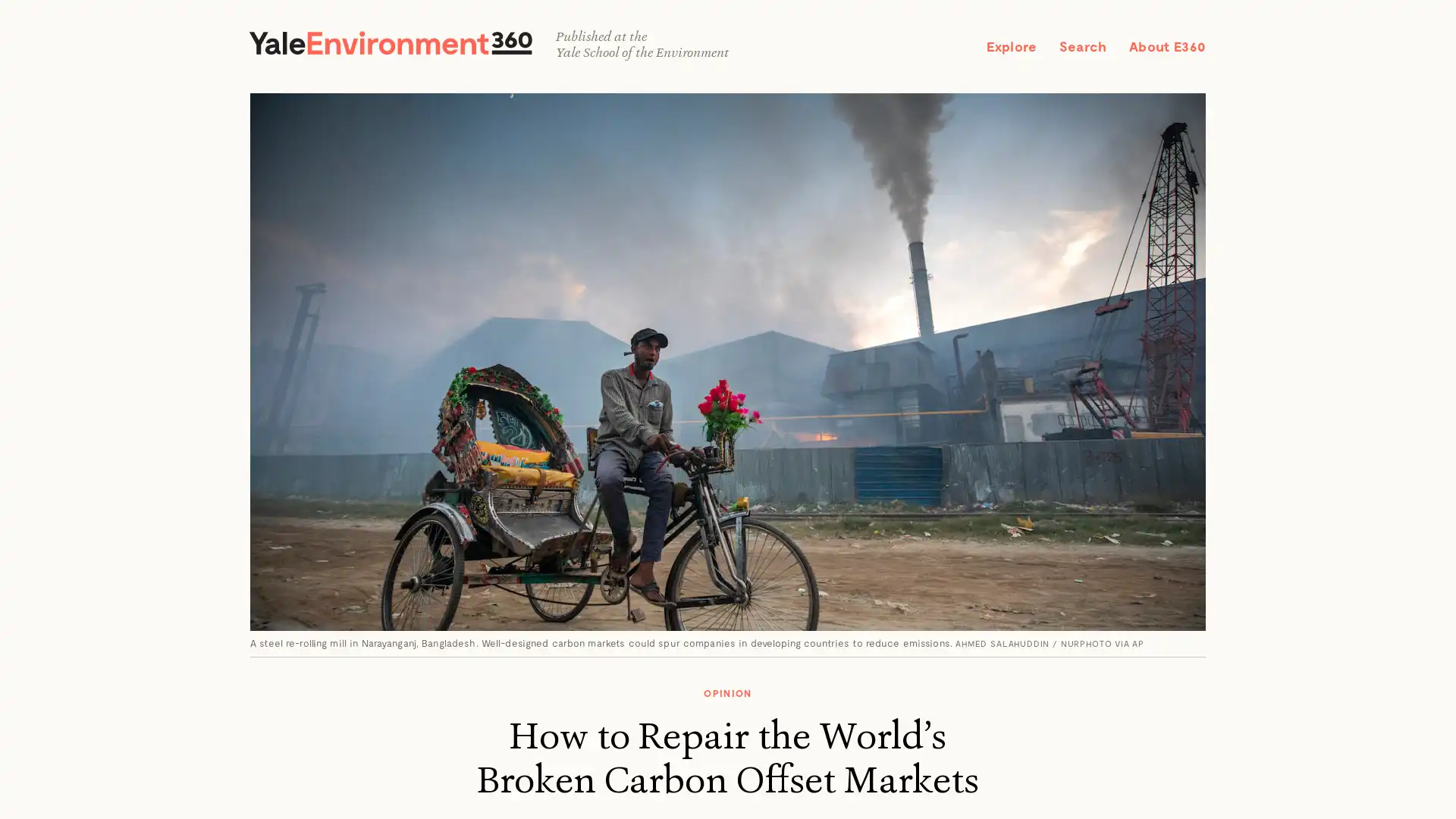  Describe the element at coordinates (903, 284) in the screenshot. I see `Close this dialog` at that location.